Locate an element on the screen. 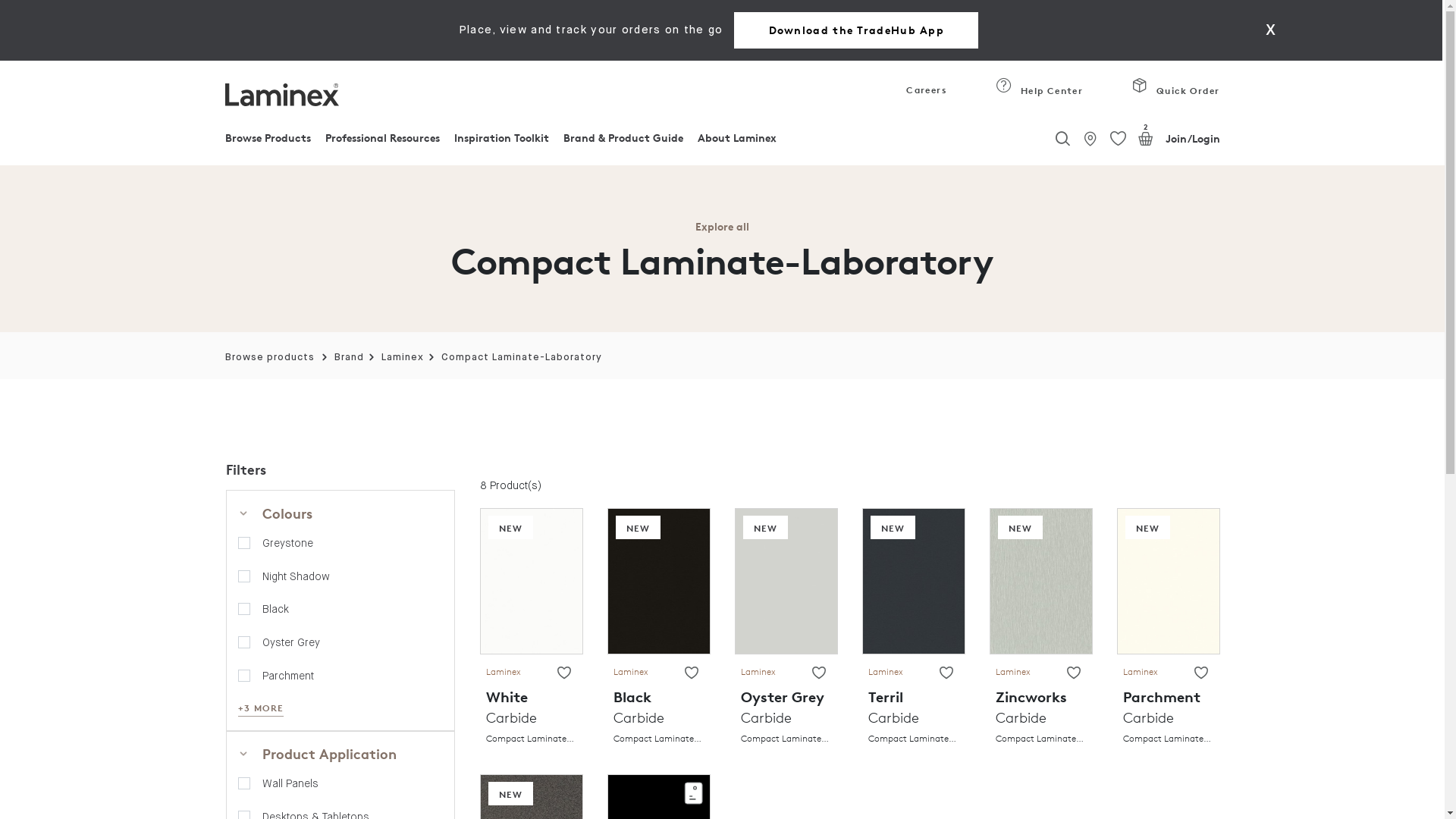 The image size is (1456, 819). 'Search for products or content' is located at coordinates (1062, 134).